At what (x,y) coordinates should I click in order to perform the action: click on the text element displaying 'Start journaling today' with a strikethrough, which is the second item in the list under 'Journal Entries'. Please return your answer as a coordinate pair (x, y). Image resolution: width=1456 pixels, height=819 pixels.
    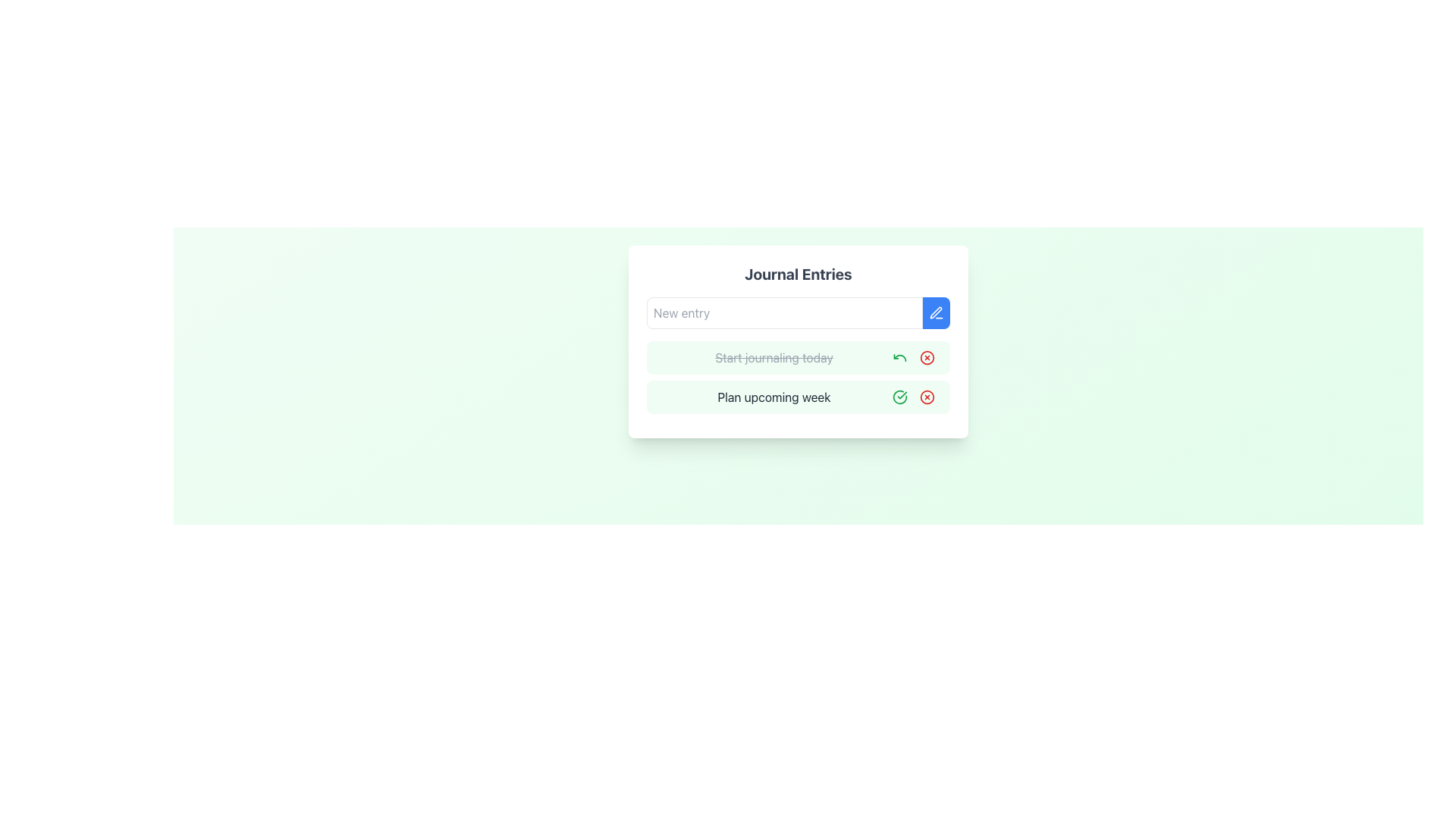
    Looking at the image, I should click on (774, 357).